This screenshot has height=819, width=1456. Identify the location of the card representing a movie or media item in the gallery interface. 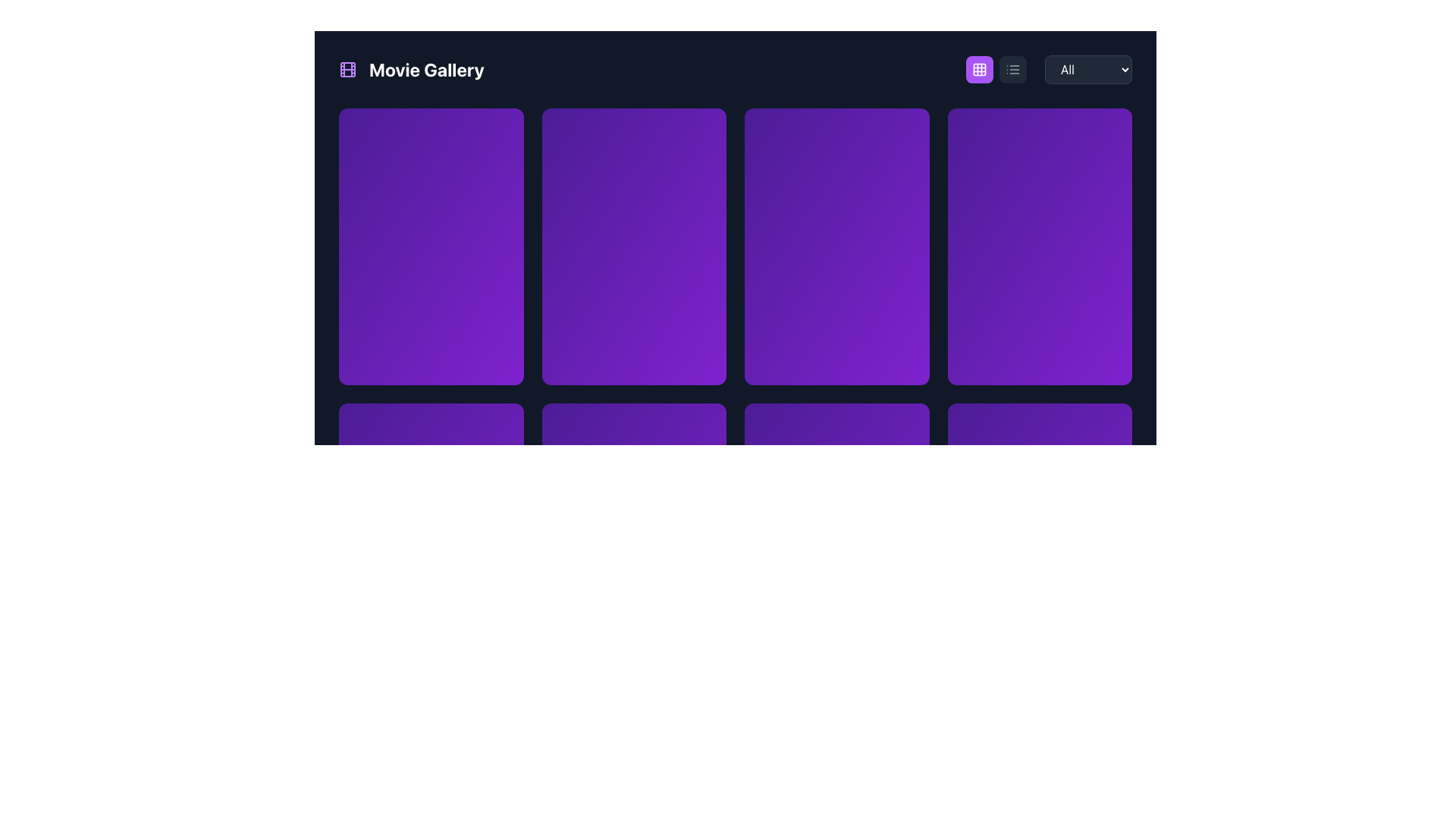
(1039, 246).